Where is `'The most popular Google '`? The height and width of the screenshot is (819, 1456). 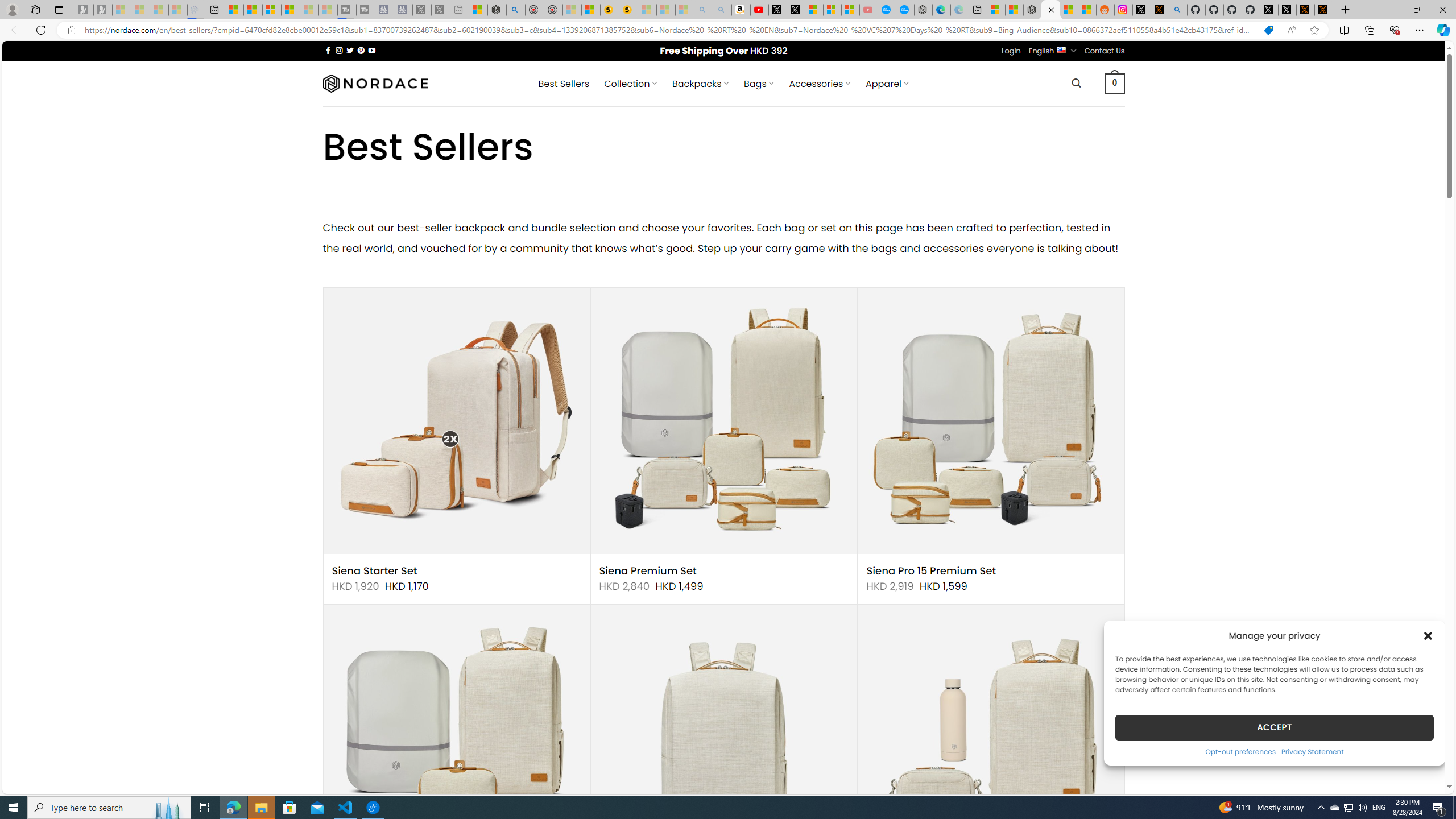 'The most popular Google ' is located at coordinates (904, 9).